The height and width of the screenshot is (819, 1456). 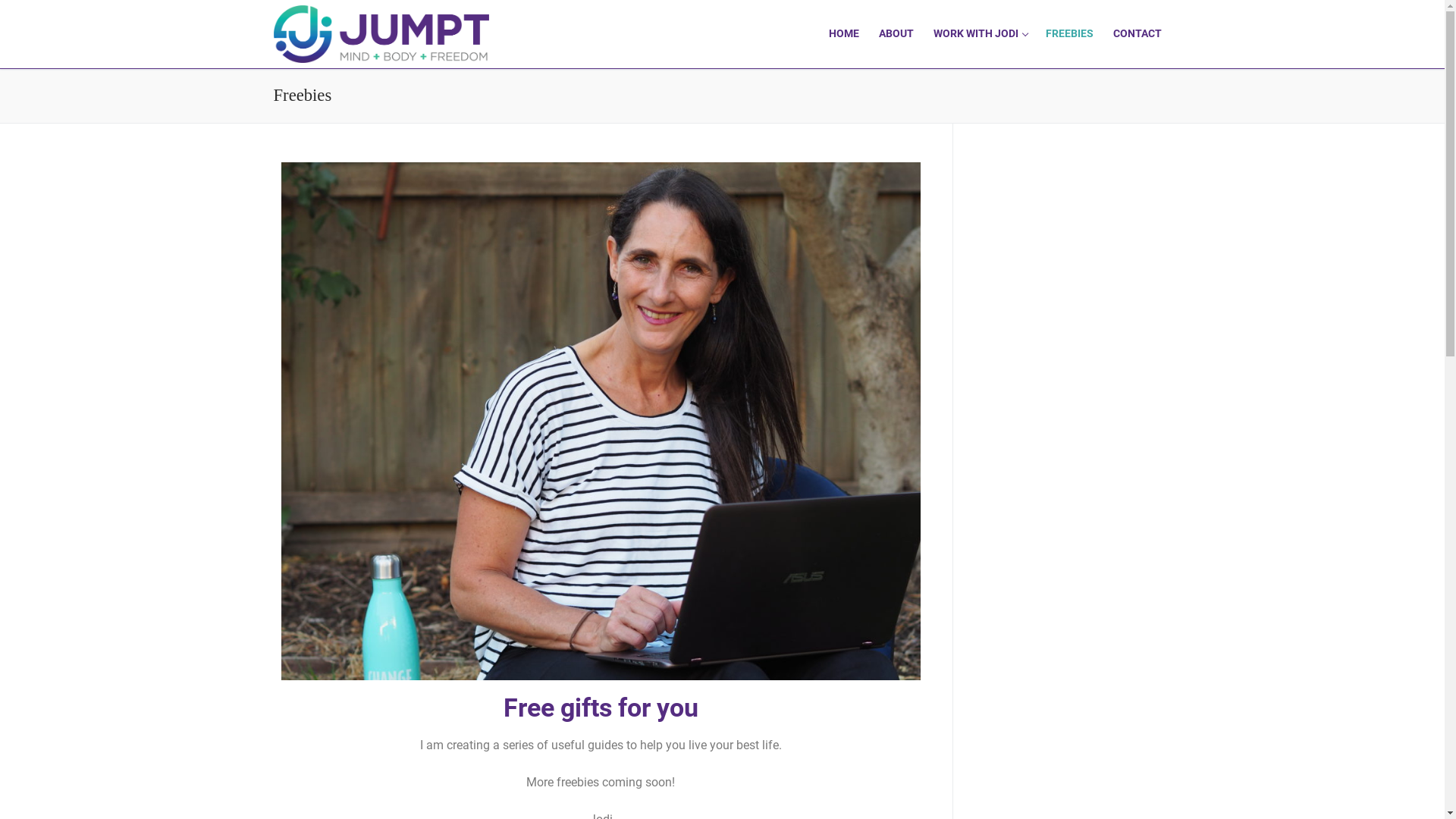 I want to click on 'WORK WITH JODI, so click(x=979, y=34).